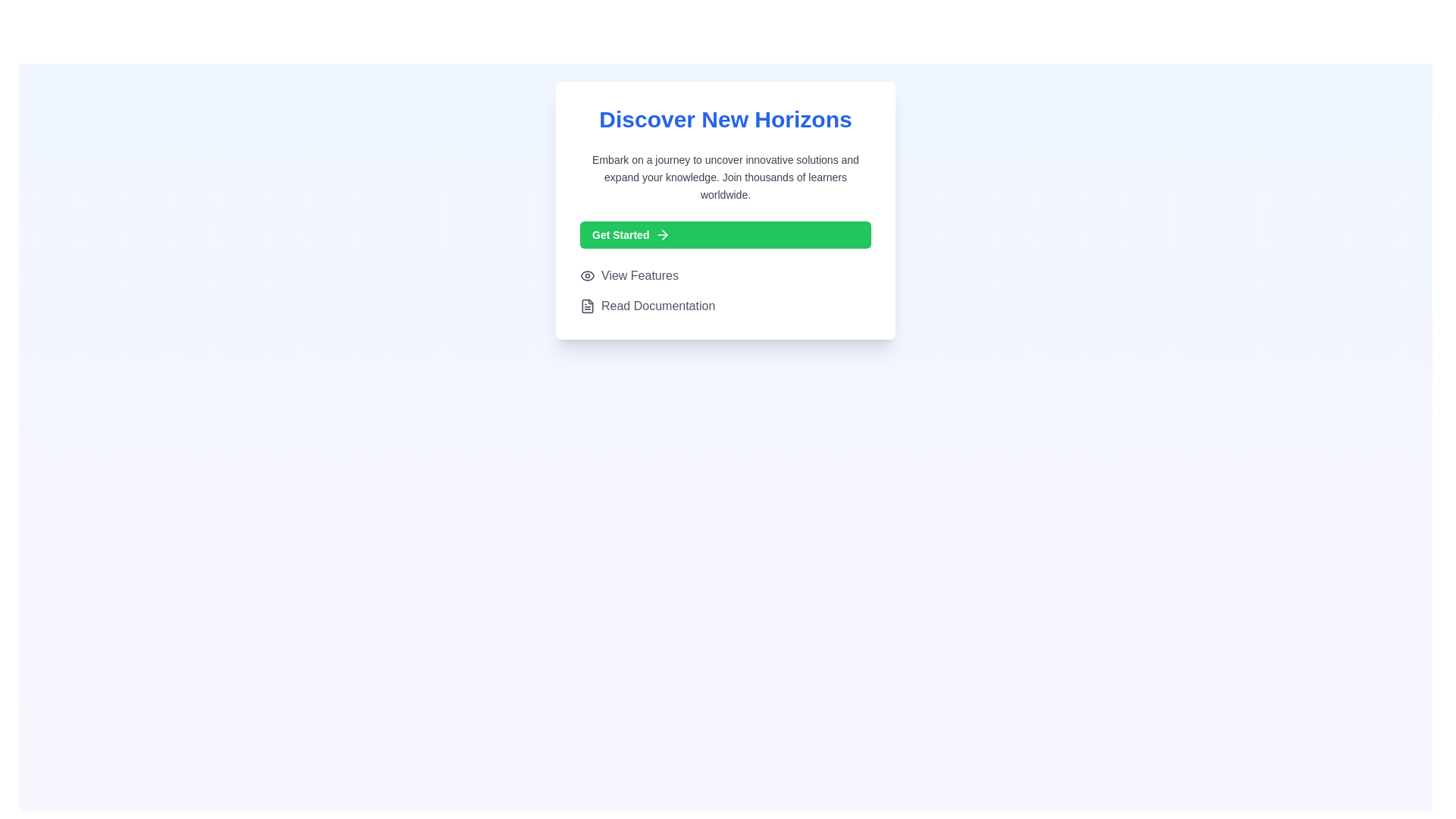 The image size is (1456, 819). I want to click on the icon located on the left side of the 'Read Documentation' button, which serves as a visual cue for accessing documentation, so click(586, 306).